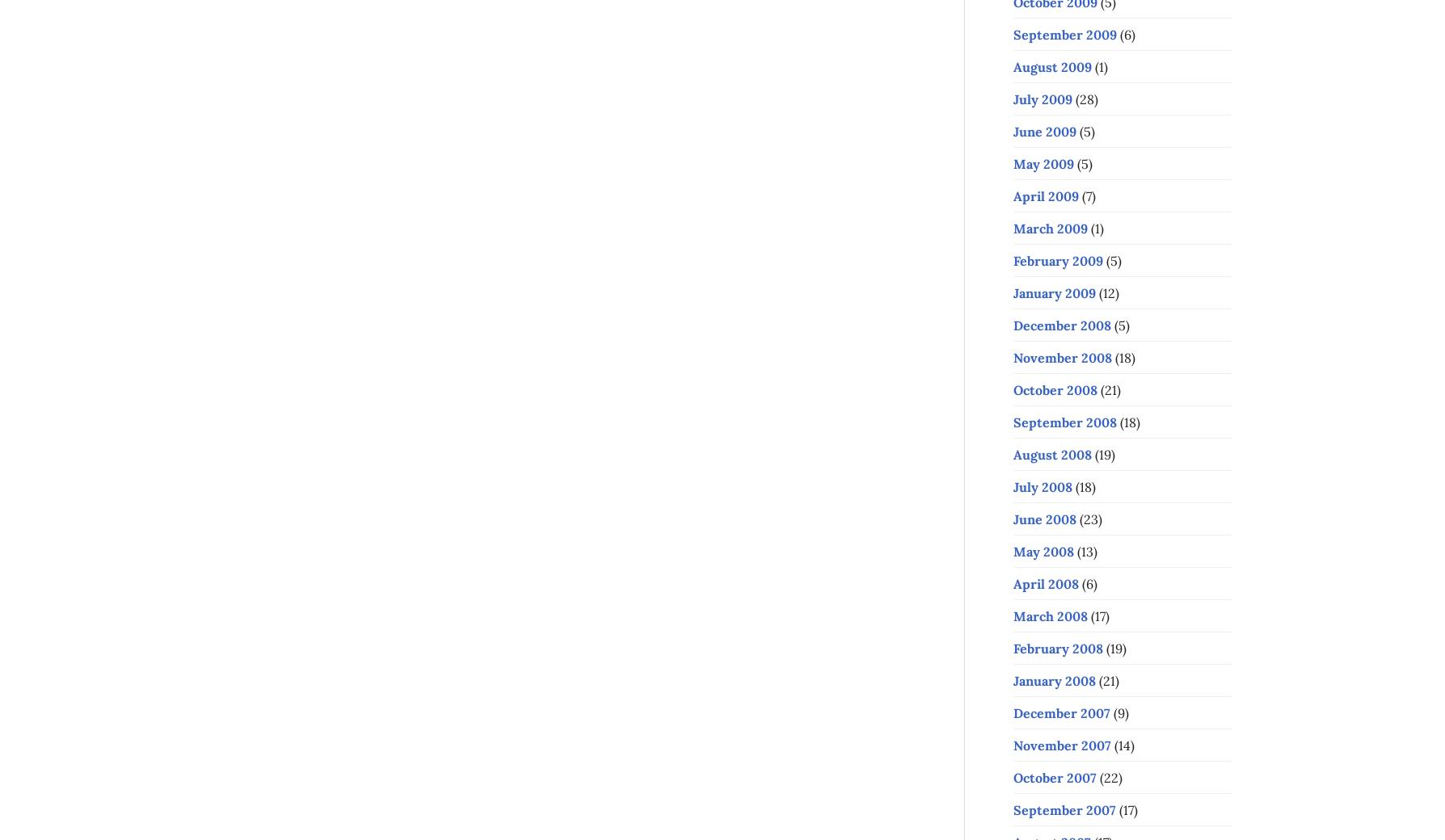  What do you see at coordinates (1087, 195) in the screenshot?
I see `'(7)'` at bounding box center [1087, 195].